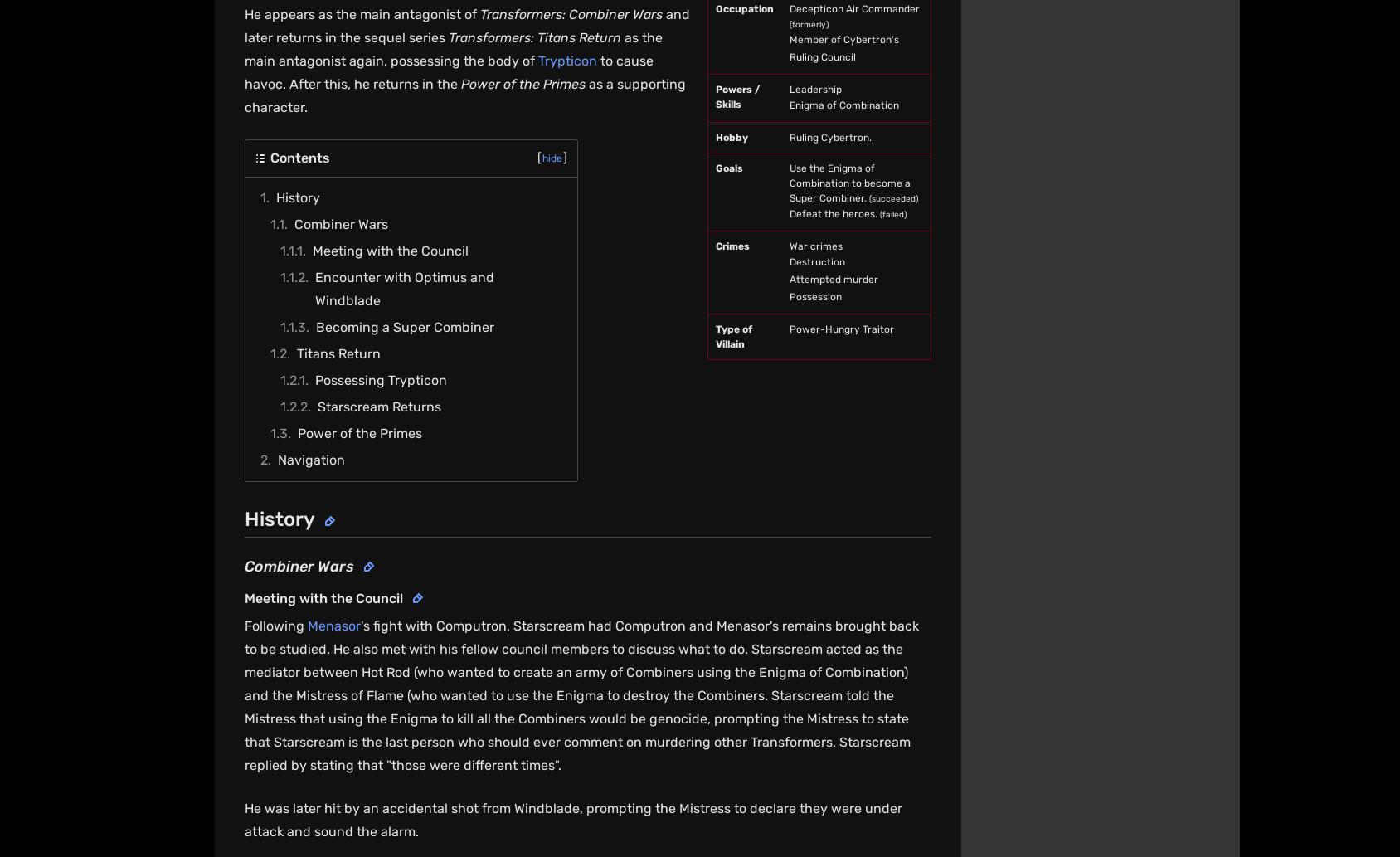 Image resolution: width=1400 pixels, height=857 pixels. I want to click on 'Media Kit', so click(758, 640).